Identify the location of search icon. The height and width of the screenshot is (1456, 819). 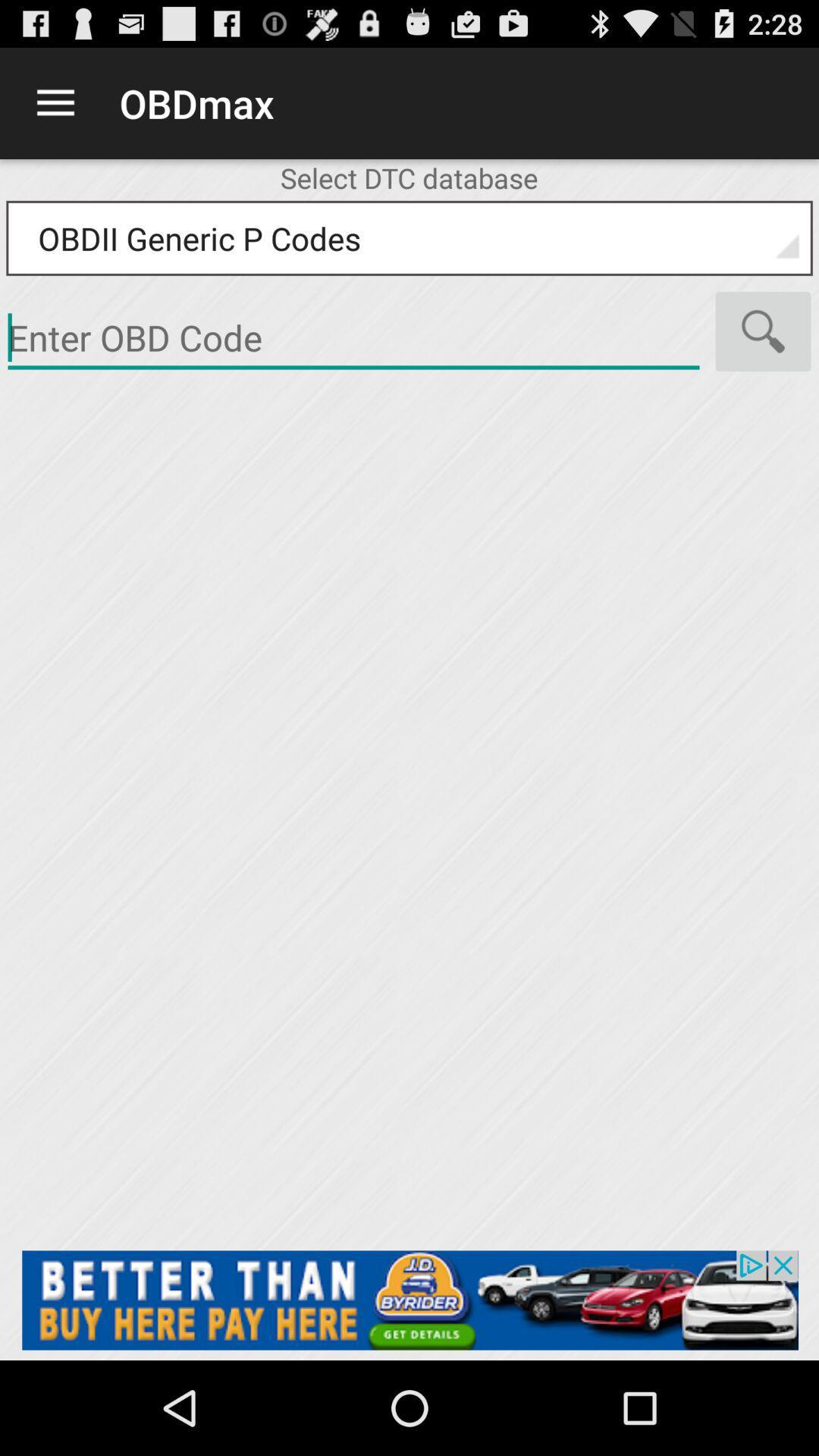
(763, 331).